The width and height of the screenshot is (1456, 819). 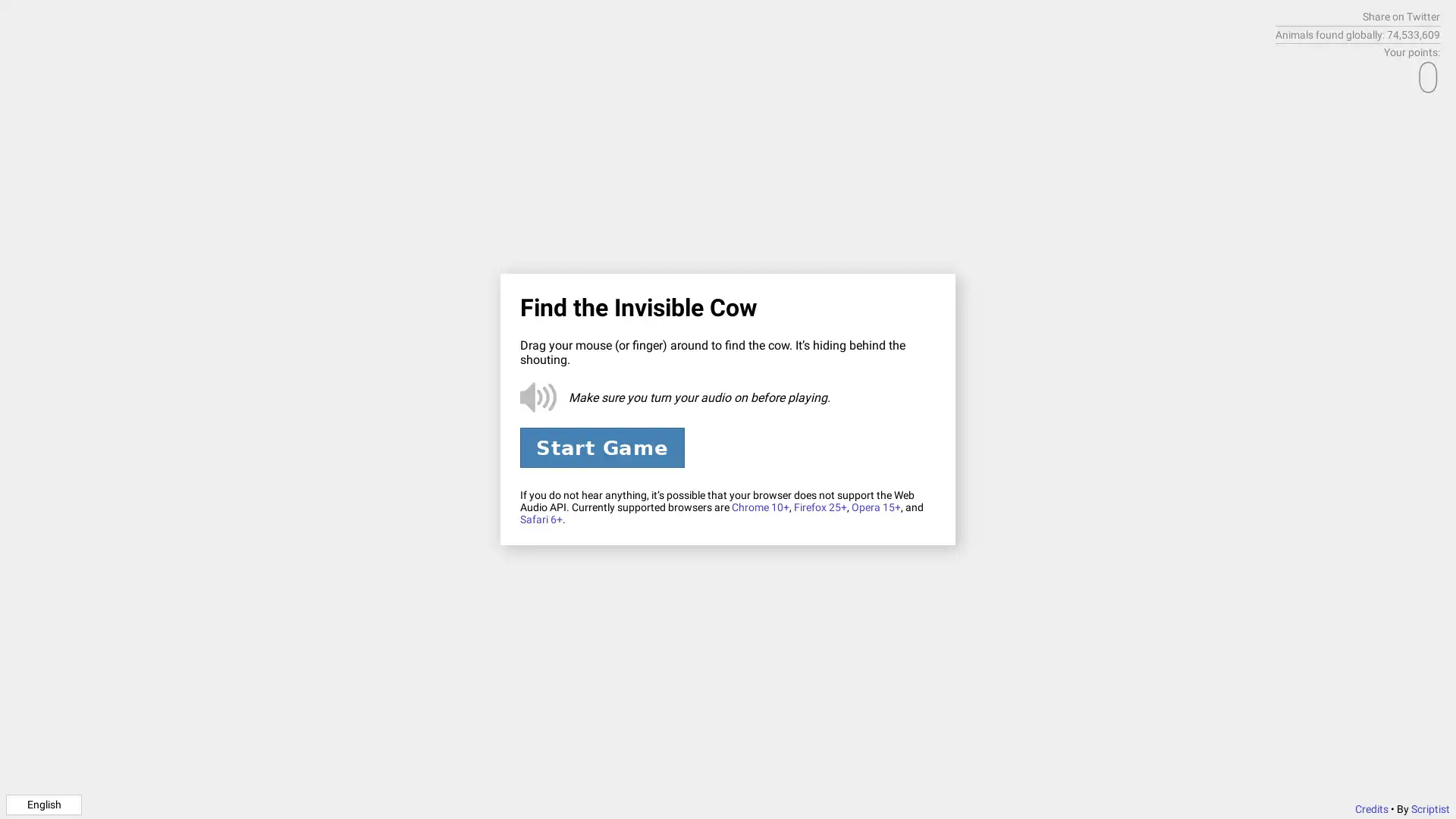 What do you see at coordinates (601, 447) in the screenshot?
I see `Start Game` at bounding box center [601, 447].